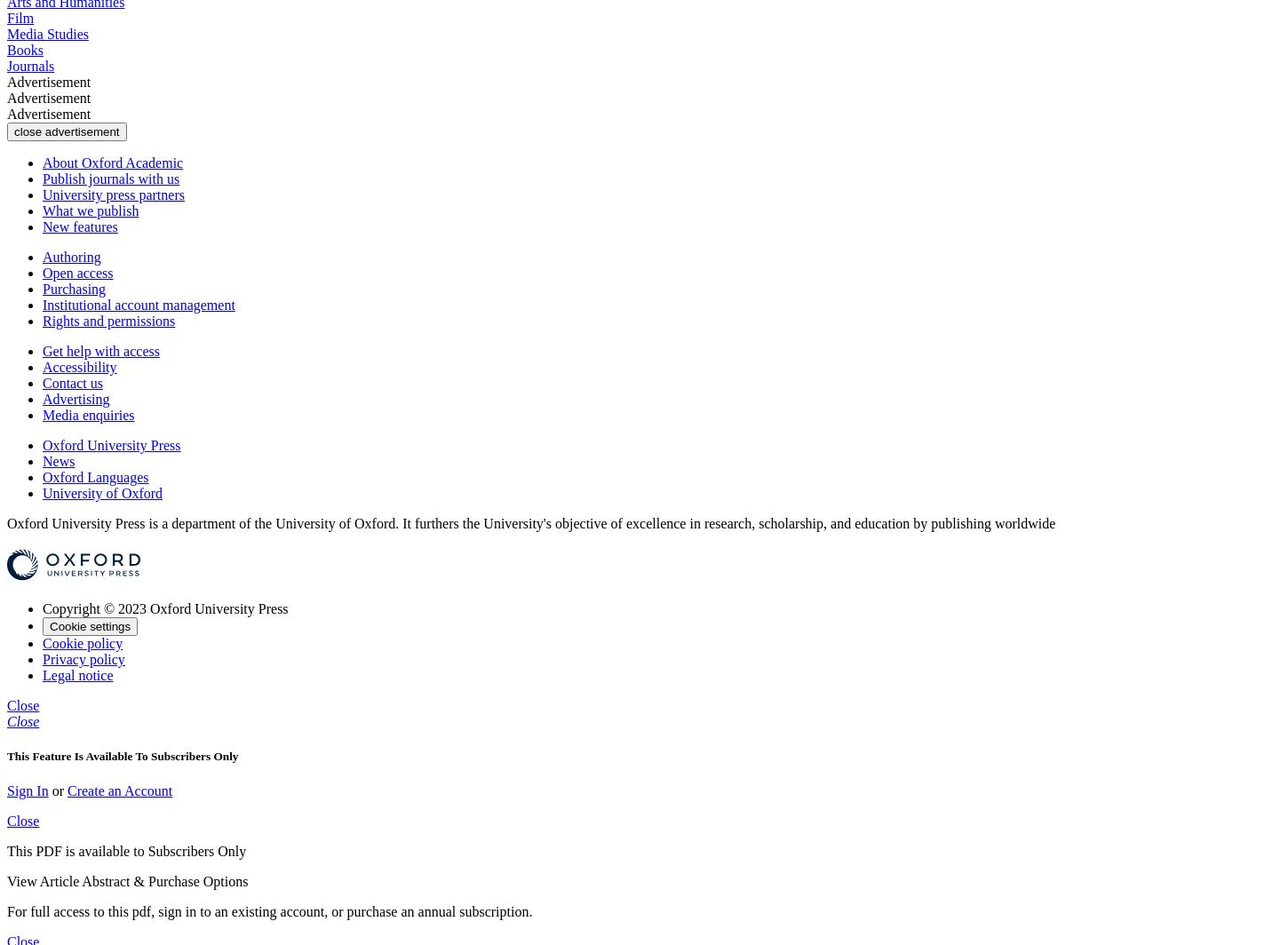  I want to click on 'Authoring', so click(71, 256).